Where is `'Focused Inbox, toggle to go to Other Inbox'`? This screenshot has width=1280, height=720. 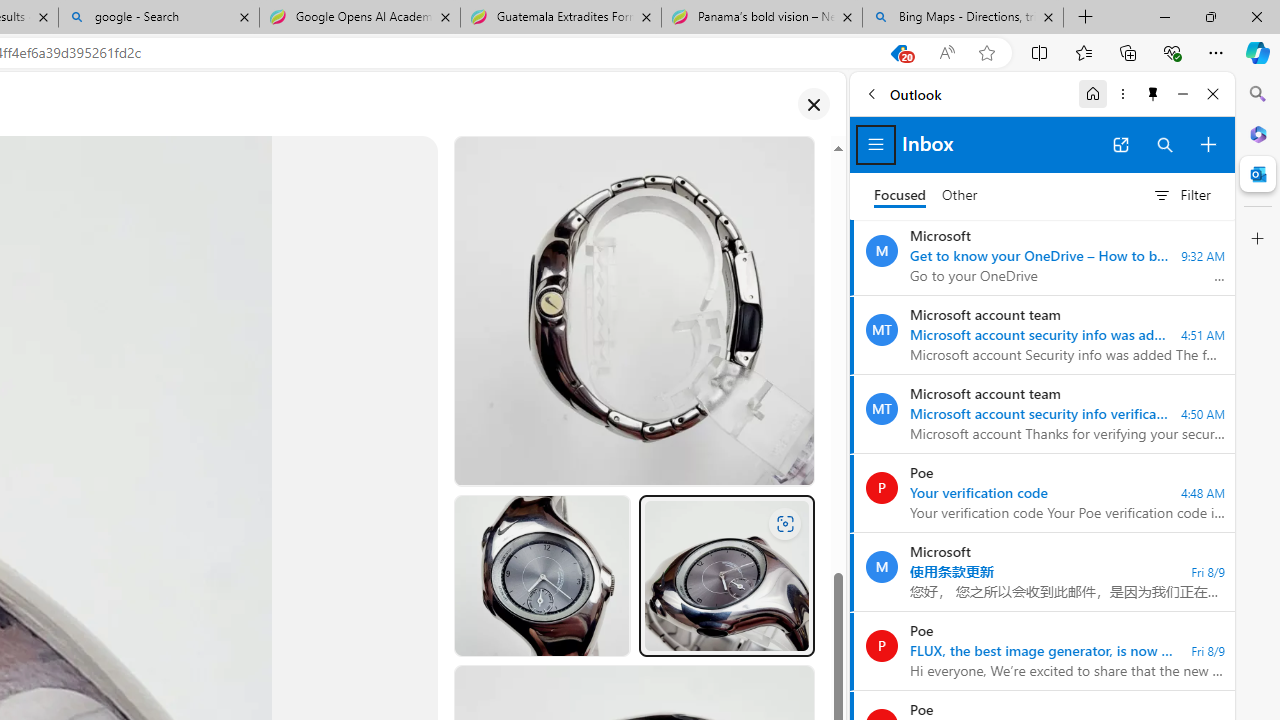
'Focused Inbox, toggle to go to Other Inbox' is located at coordinates (925, 195).